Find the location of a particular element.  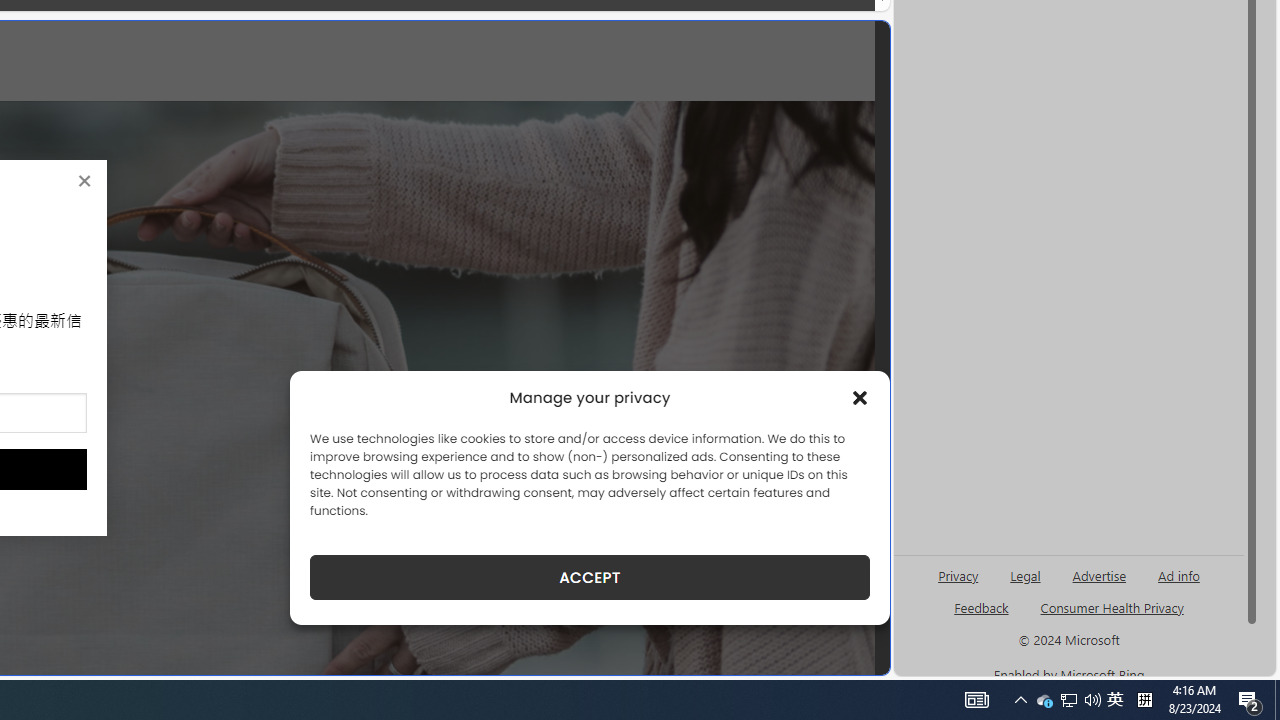

'AutomationID: sb_feedback' is located at coordinates (981, 606).